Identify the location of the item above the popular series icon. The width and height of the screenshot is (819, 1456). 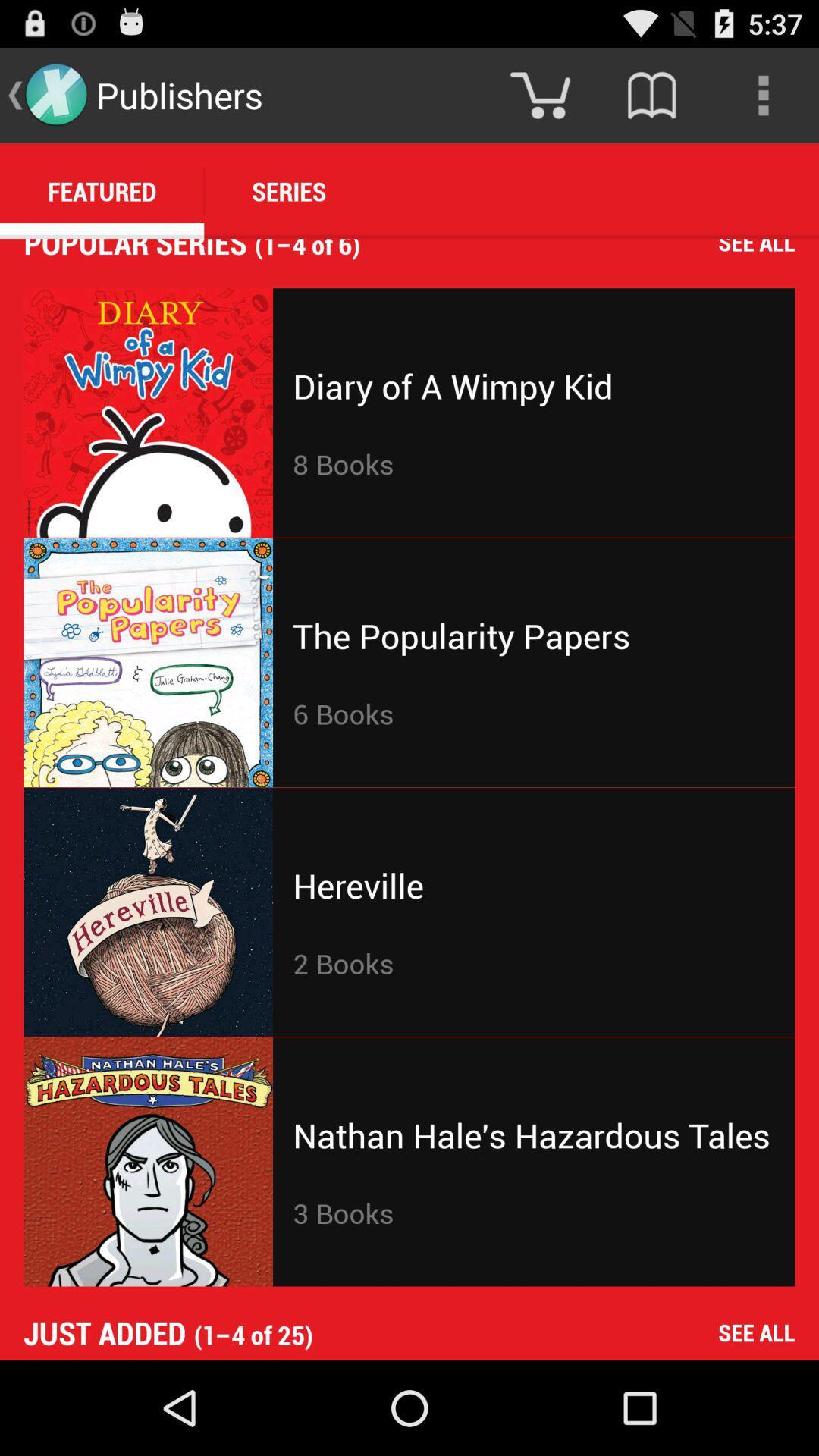
(102, 190).